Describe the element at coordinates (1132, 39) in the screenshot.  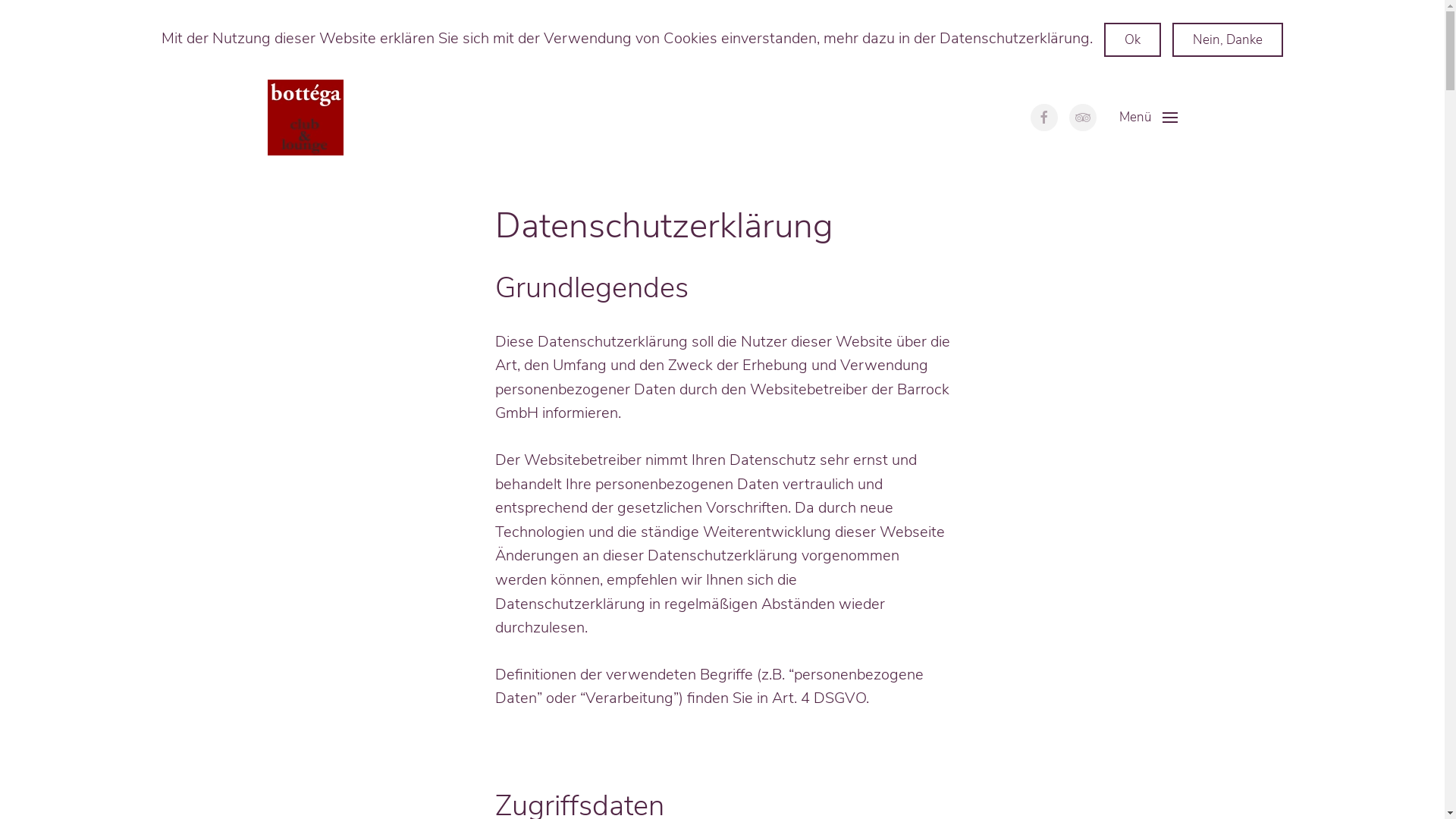
I see `'Ok'` at that location.